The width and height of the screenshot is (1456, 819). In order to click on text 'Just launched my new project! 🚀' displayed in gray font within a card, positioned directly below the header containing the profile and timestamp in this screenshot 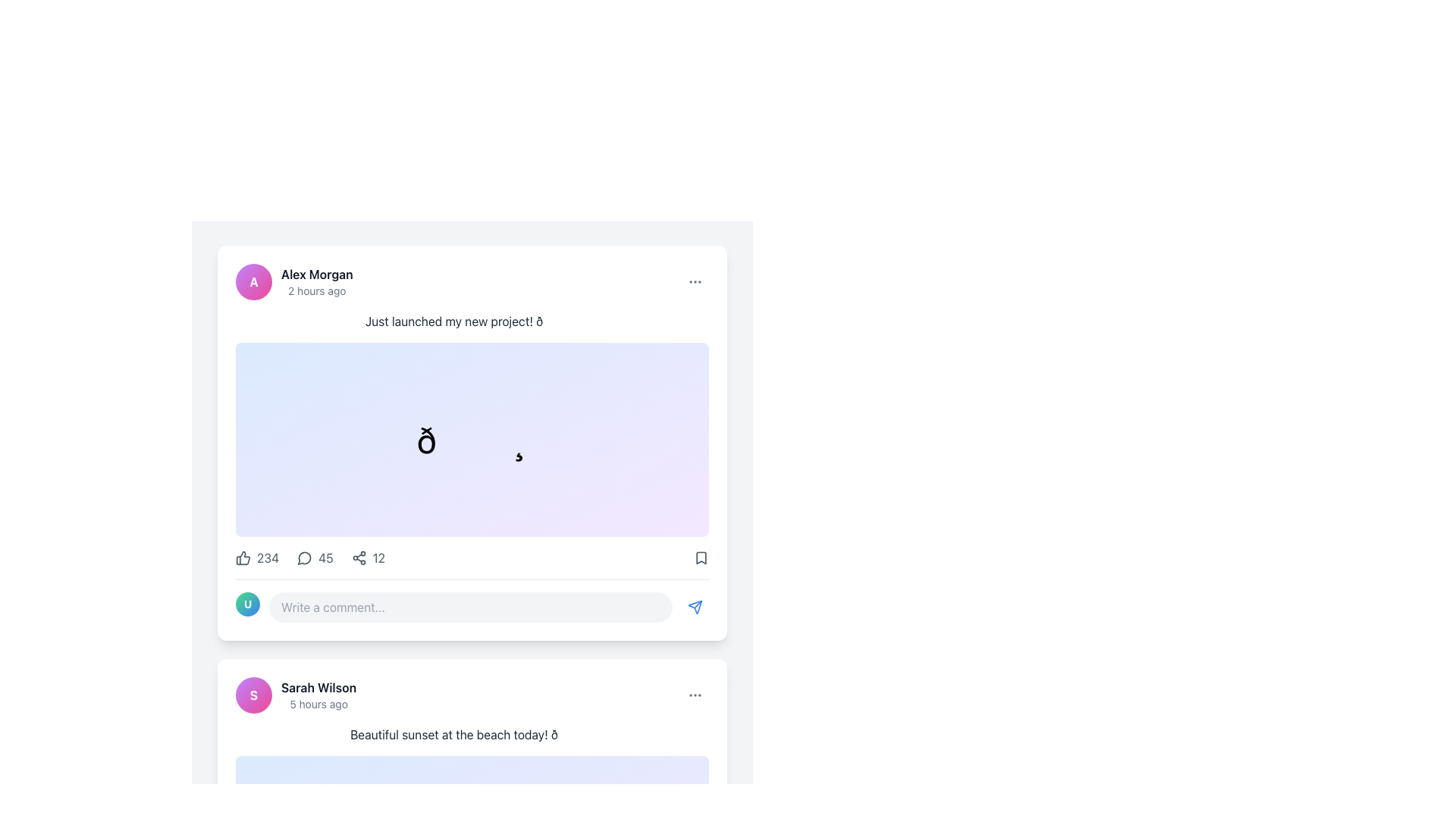, I will do `click(472, 321)`.